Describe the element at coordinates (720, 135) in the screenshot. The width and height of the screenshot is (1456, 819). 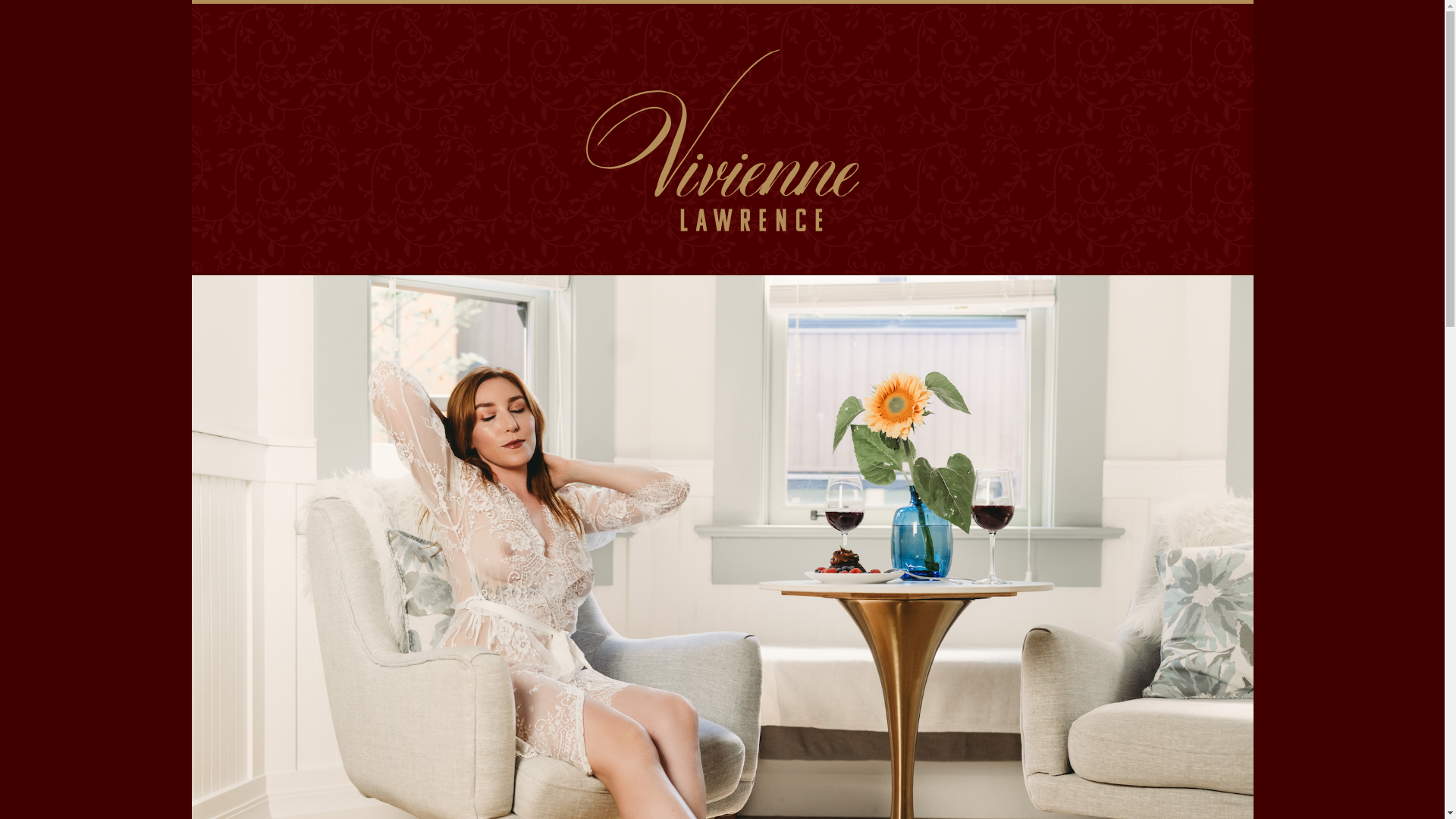
I see `'Vivienne Lawrence'` at that location.